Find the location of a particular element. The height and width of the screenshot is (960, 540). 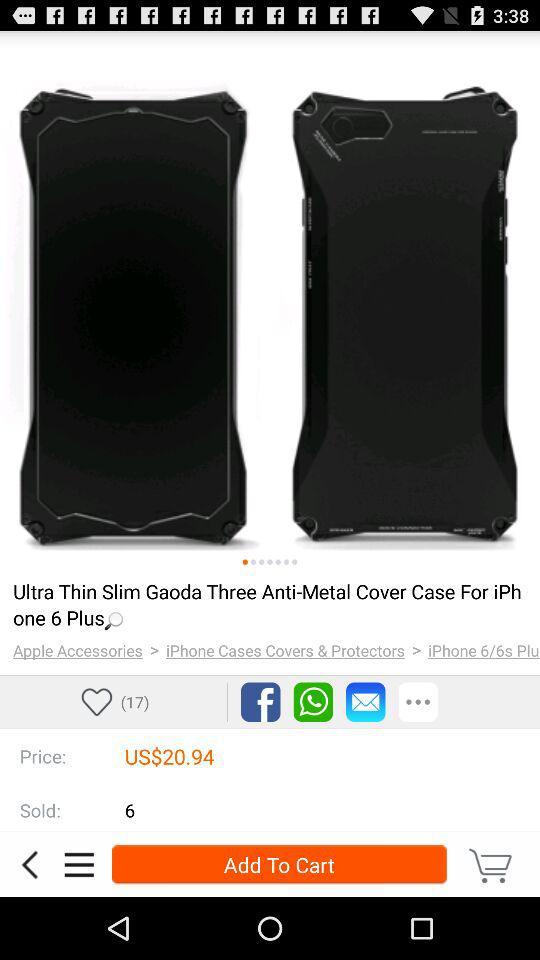

open the sidebar menu is located at coordinates (78, 863).